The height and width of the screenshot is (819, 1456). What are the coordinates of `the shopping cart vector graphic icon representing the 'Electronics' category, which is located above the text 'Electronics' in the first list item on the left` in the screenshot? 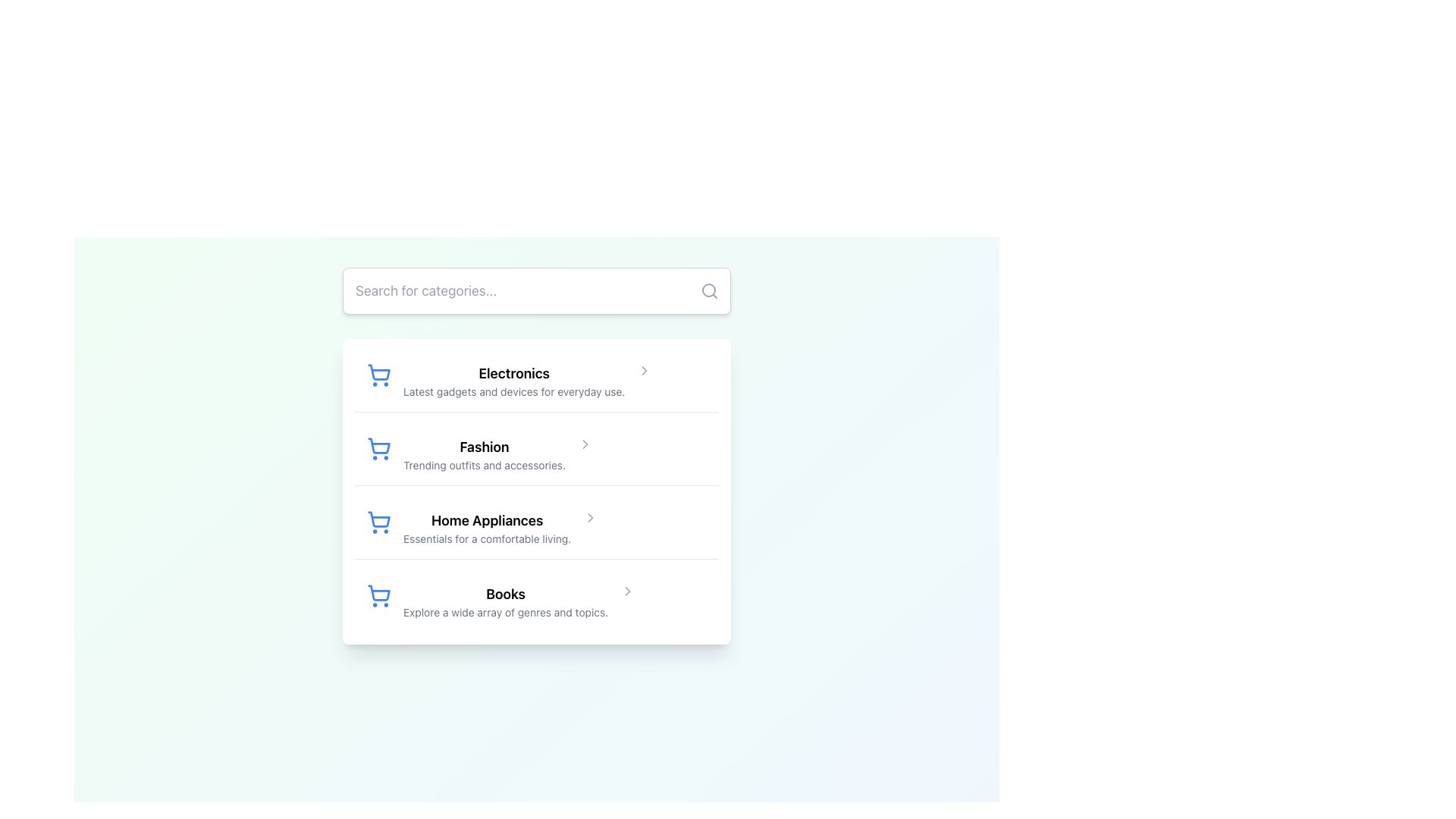 It's located at (379, 372).